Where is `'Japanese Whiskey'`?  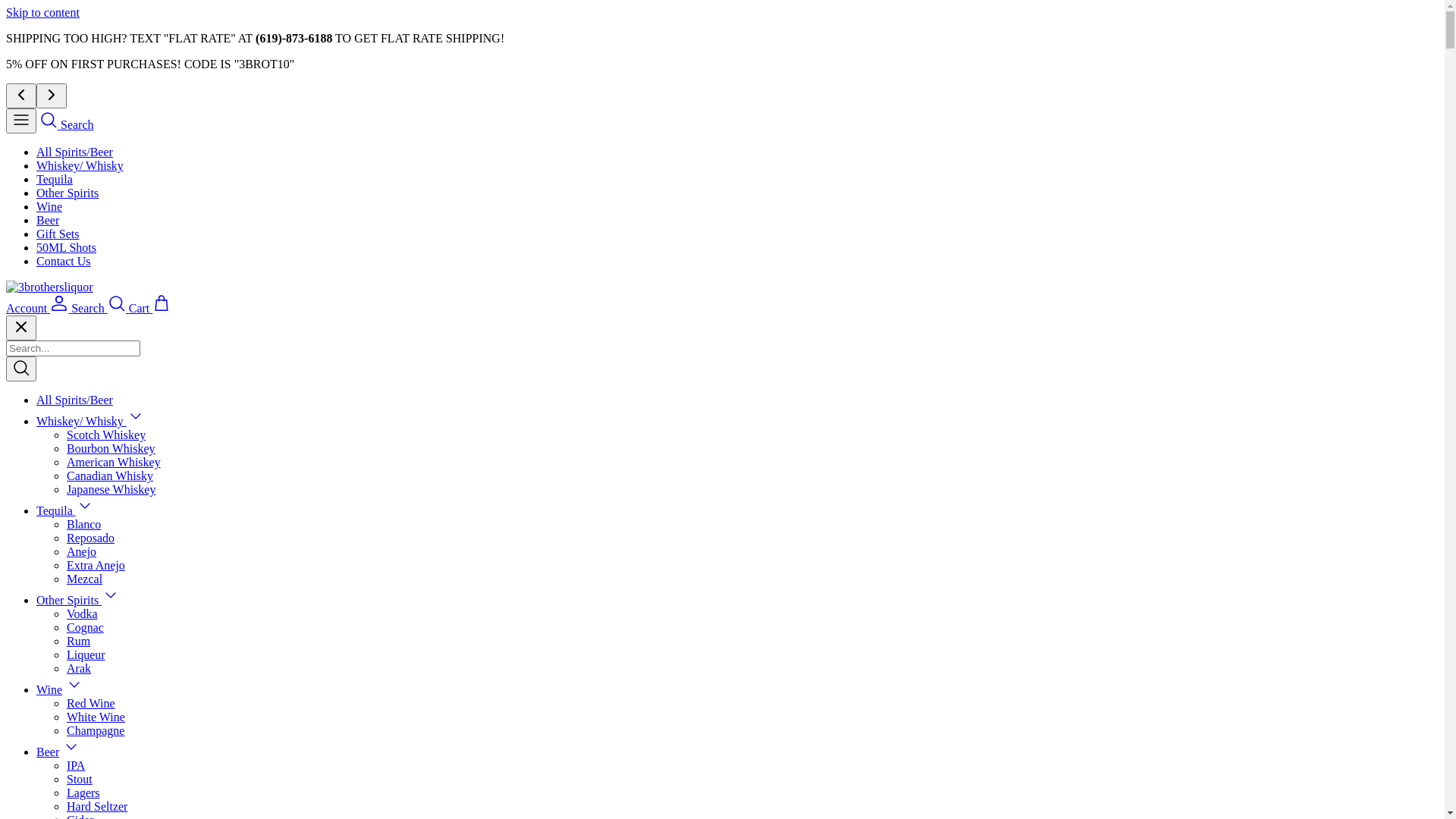
'Japanese Whiskey' is located at coordinates (110, 489).